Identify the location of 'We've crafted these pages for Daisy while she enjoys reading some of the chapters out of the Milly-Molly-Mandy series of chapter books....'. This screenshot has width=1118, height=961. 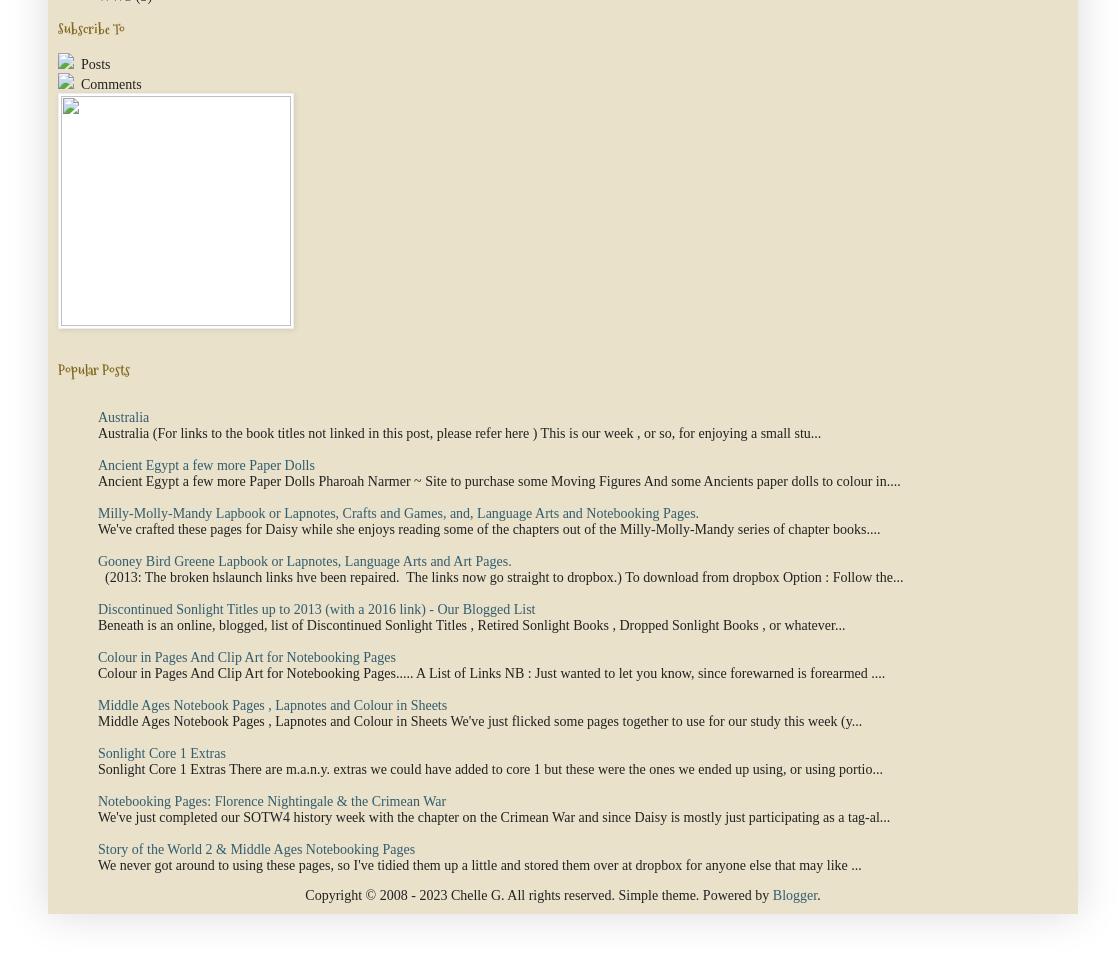
(488, 529).